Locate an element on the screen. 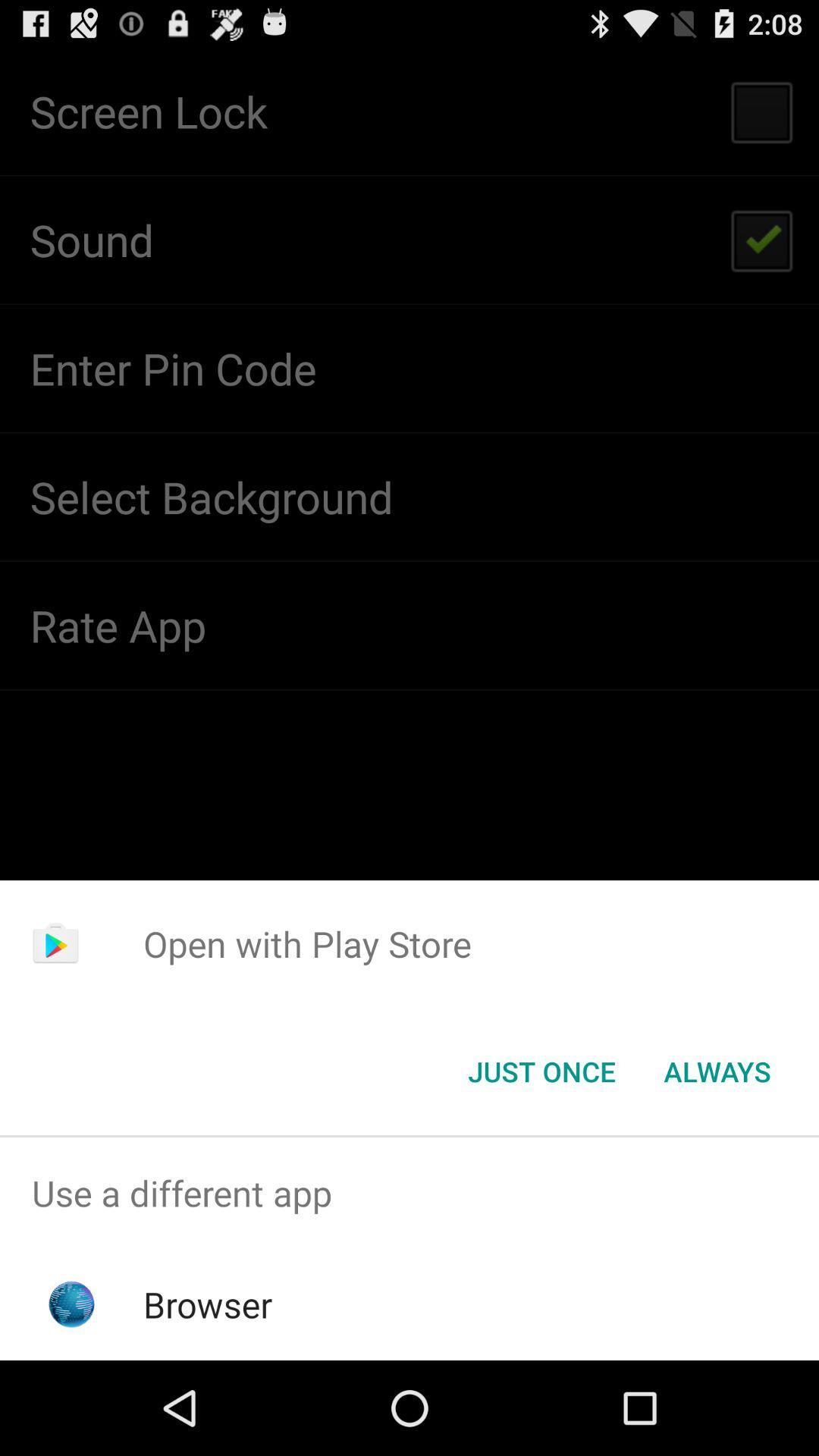  browser is located at coordinates (208, 1304).